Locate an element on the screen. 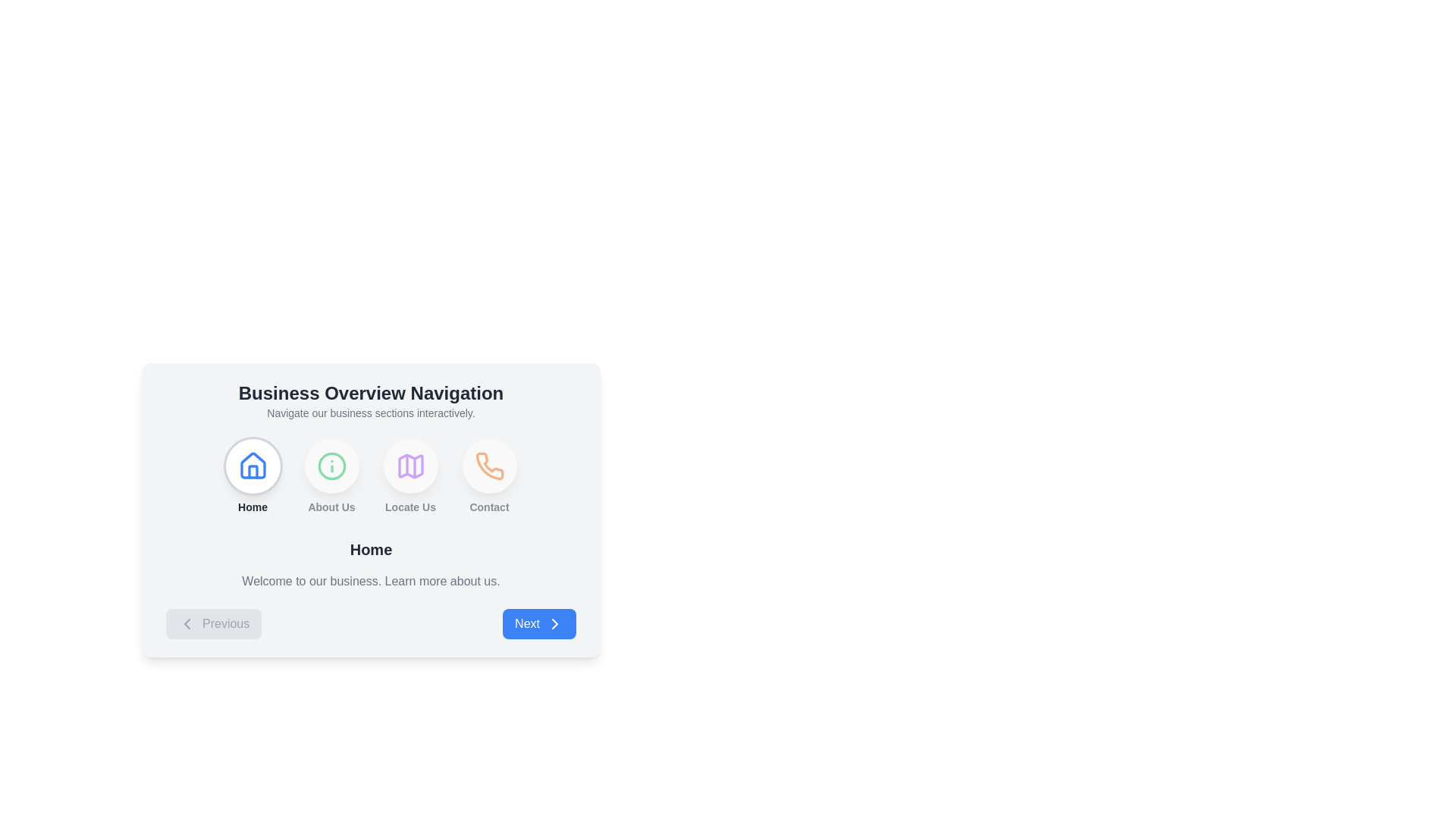  the map icon that is part of the 'Locate Us' button, which is the third button from the left in a row of four at the bottom center of the interface is located at coordinates (410, 465).